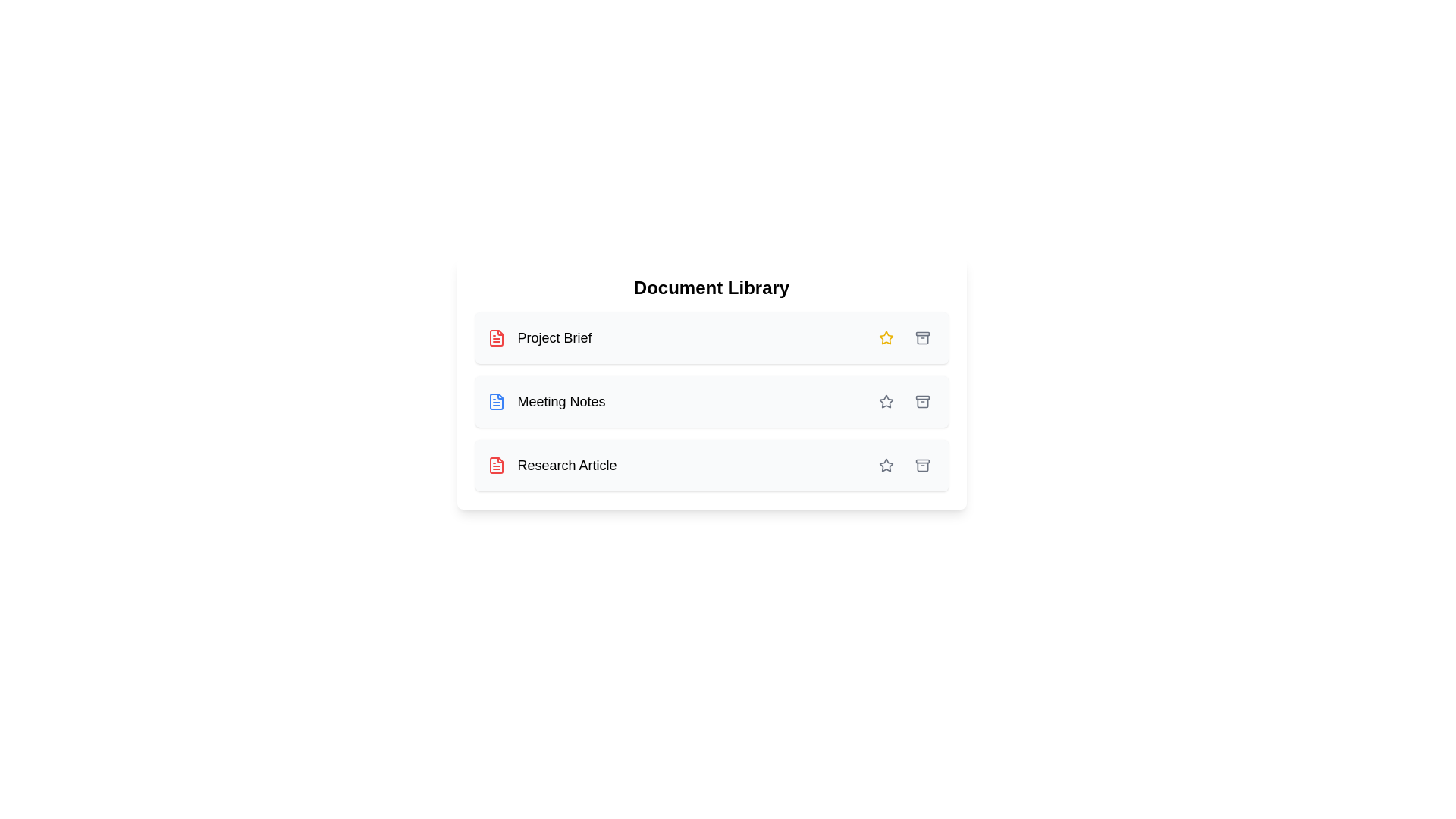 The height and width of the screenshot is (819, 1456). Describe the element at coordinates (496, 337) in the screenshot. I see `the document's icon to simulate interaction` at that location.